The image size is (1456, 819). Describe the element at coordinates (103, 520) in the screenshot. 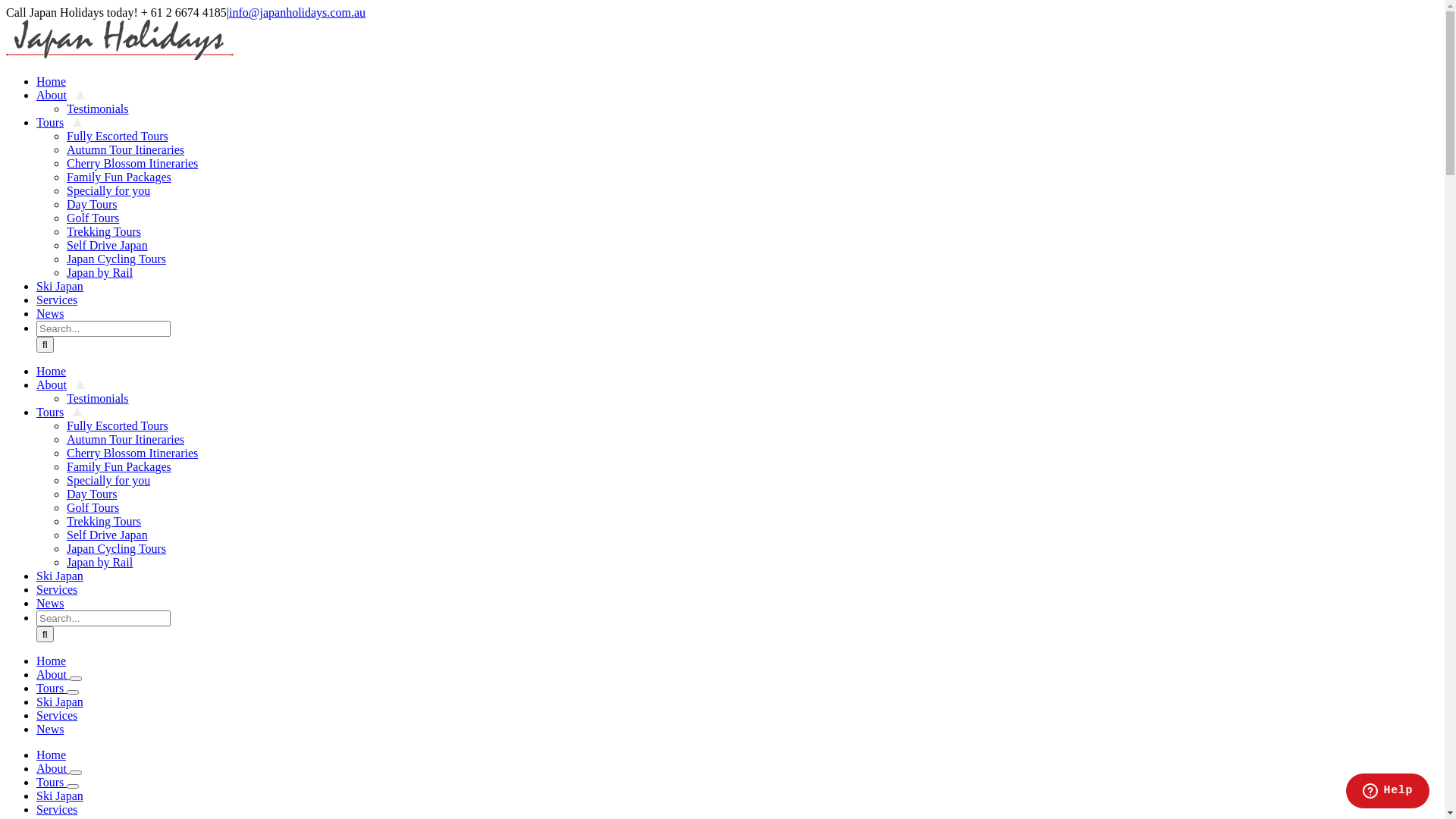

I see `'Trekking Tours'` at that location.